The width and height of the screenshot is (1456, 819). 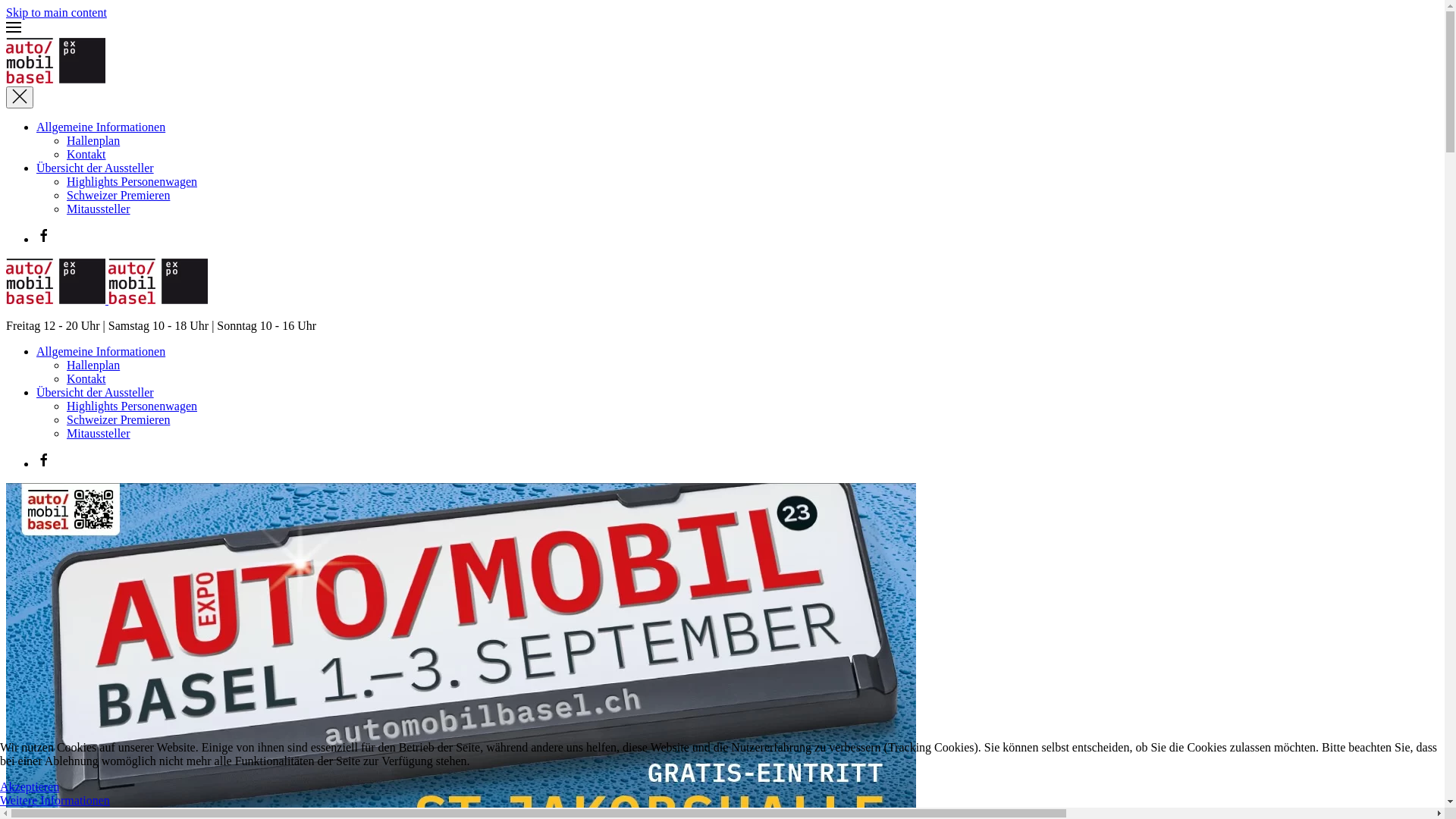 I want to click on 'Highlights Personenwagen', so click(x=131, y=180).